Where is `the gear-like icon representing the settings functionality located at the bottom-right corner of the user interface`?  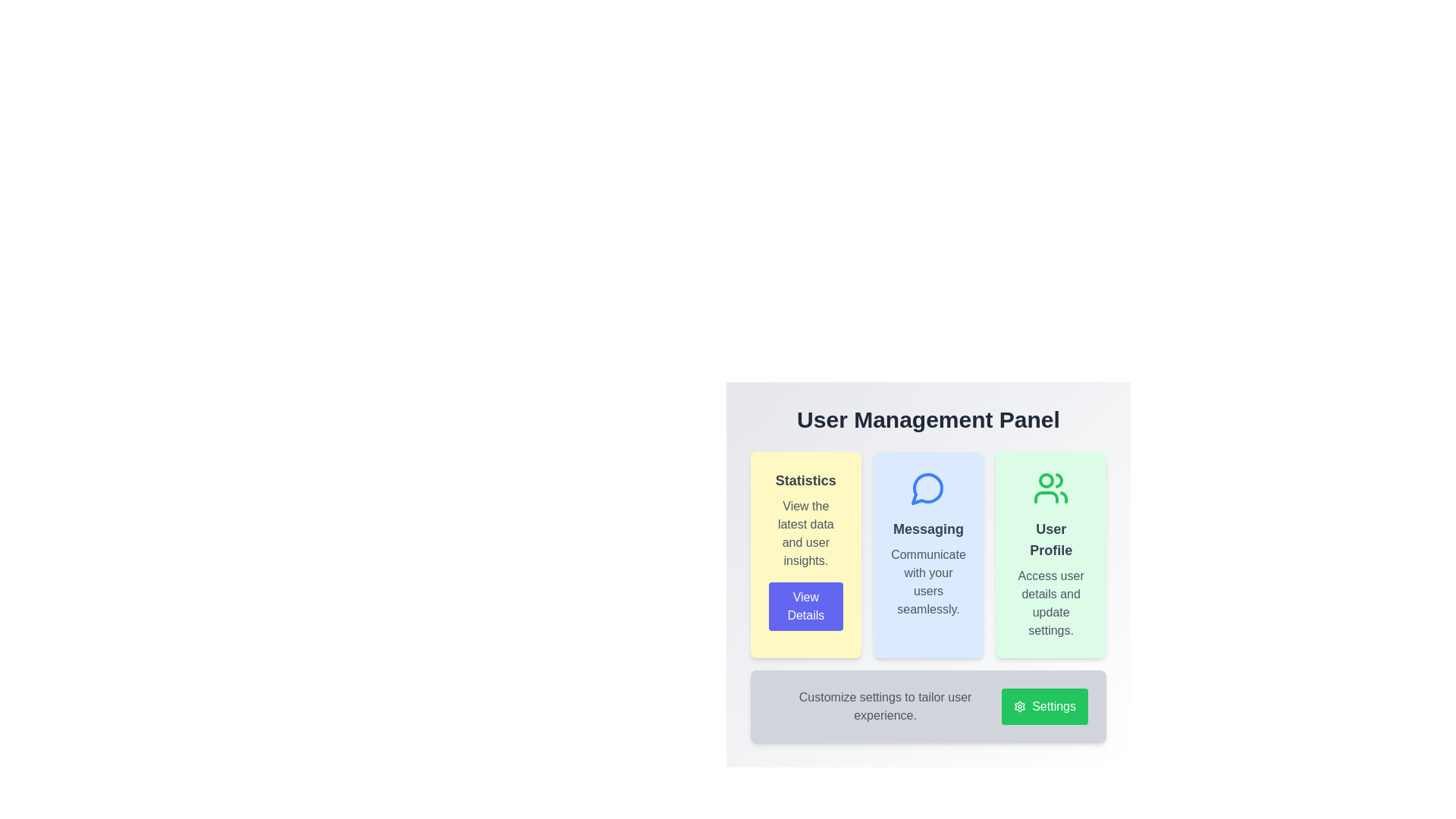 the gear-like icon representing the settings functionality located at the bottom-right corner of the user interface is located at coordinates (1020, 707).